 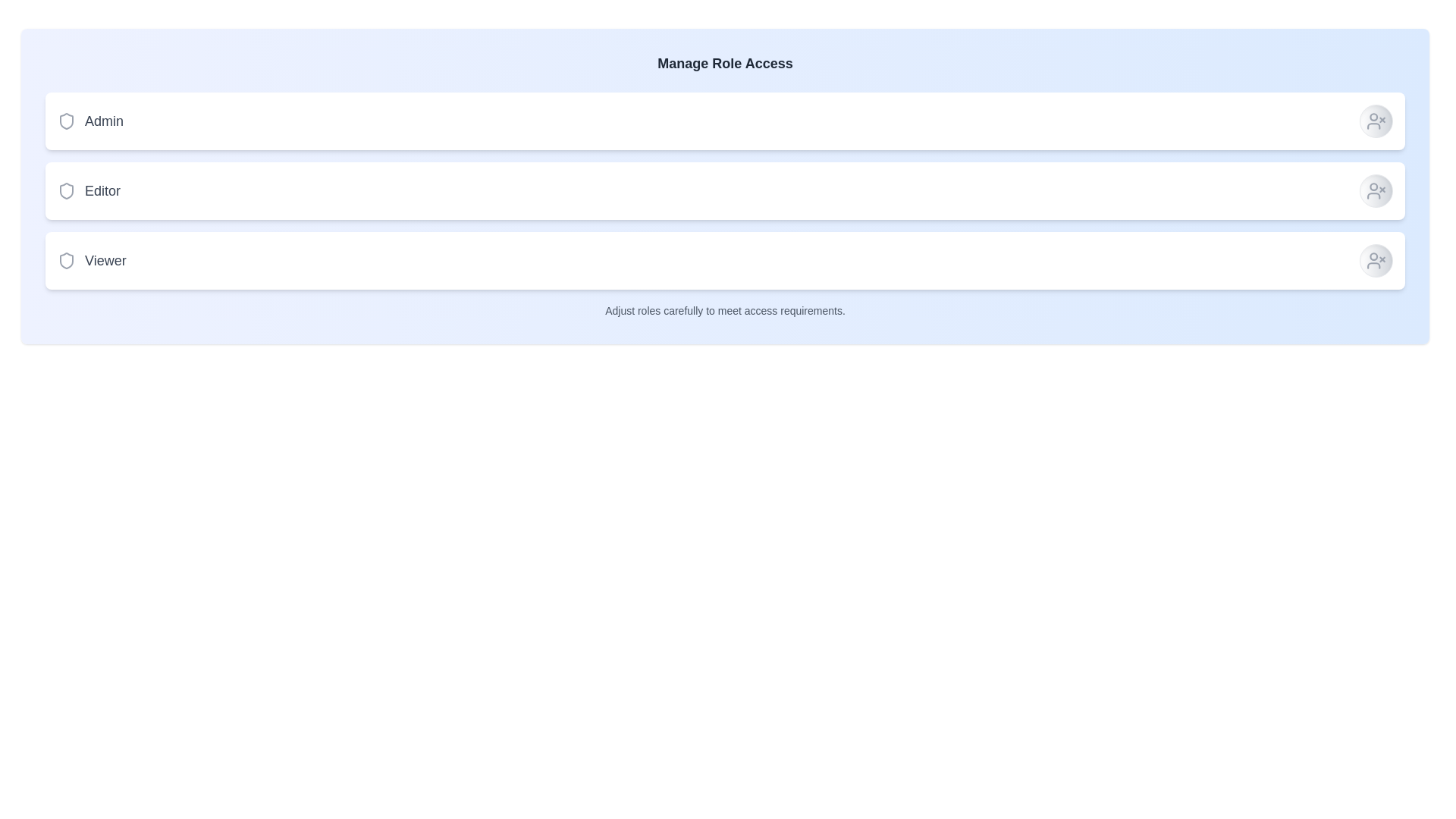 What do you see at coordinates (65, 190) in the screenshot?
I see `the Decorative icon that indicates a security-related scope for the 'Editor' role, positioned horizontally with the 'Editor' text as the shield icon associated with the second item` at bounding box center [65, 190].